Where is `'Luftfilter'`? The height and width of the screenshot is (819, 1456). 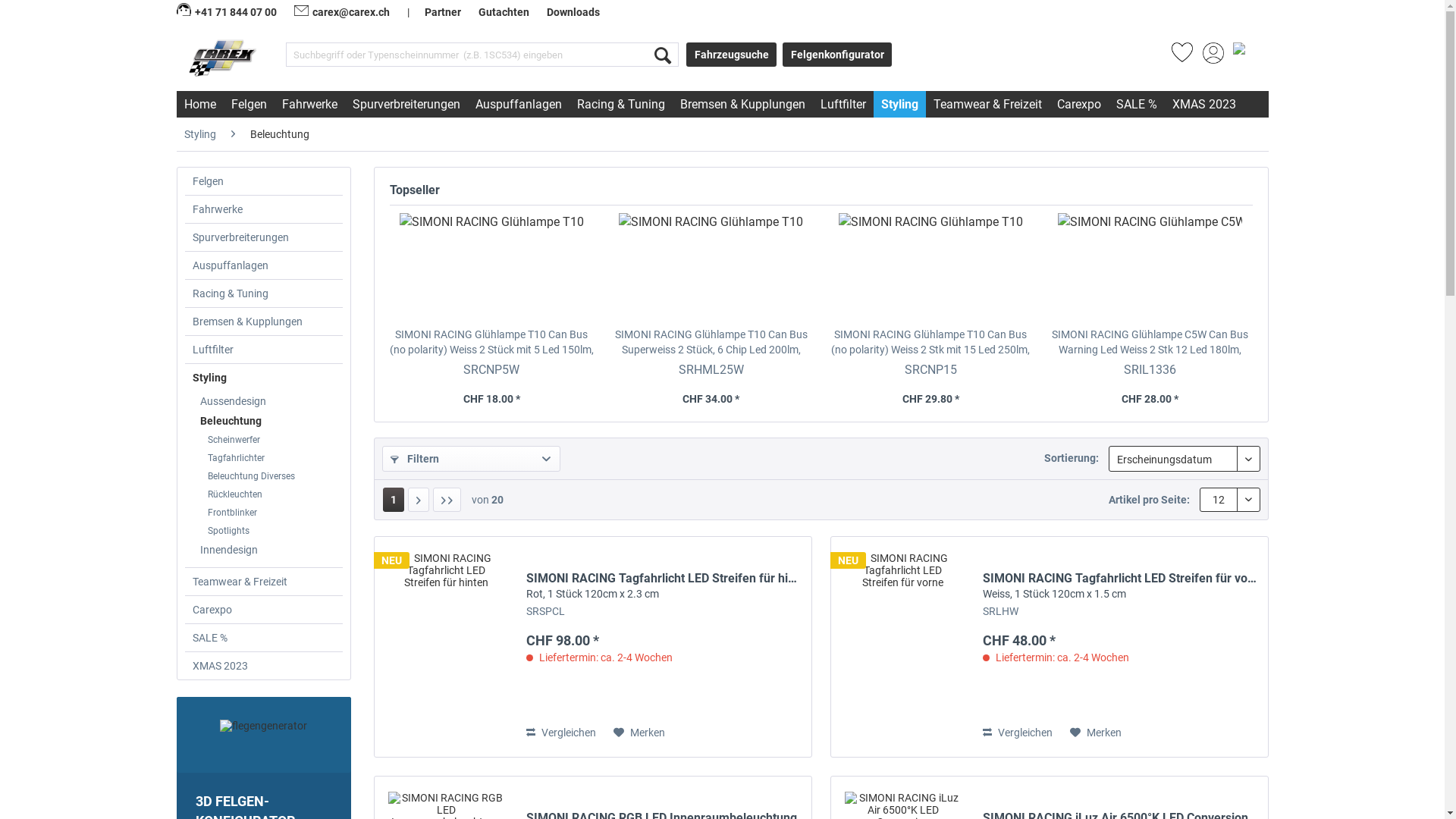
'Luftfilter' is located at coordinates (263, 350).